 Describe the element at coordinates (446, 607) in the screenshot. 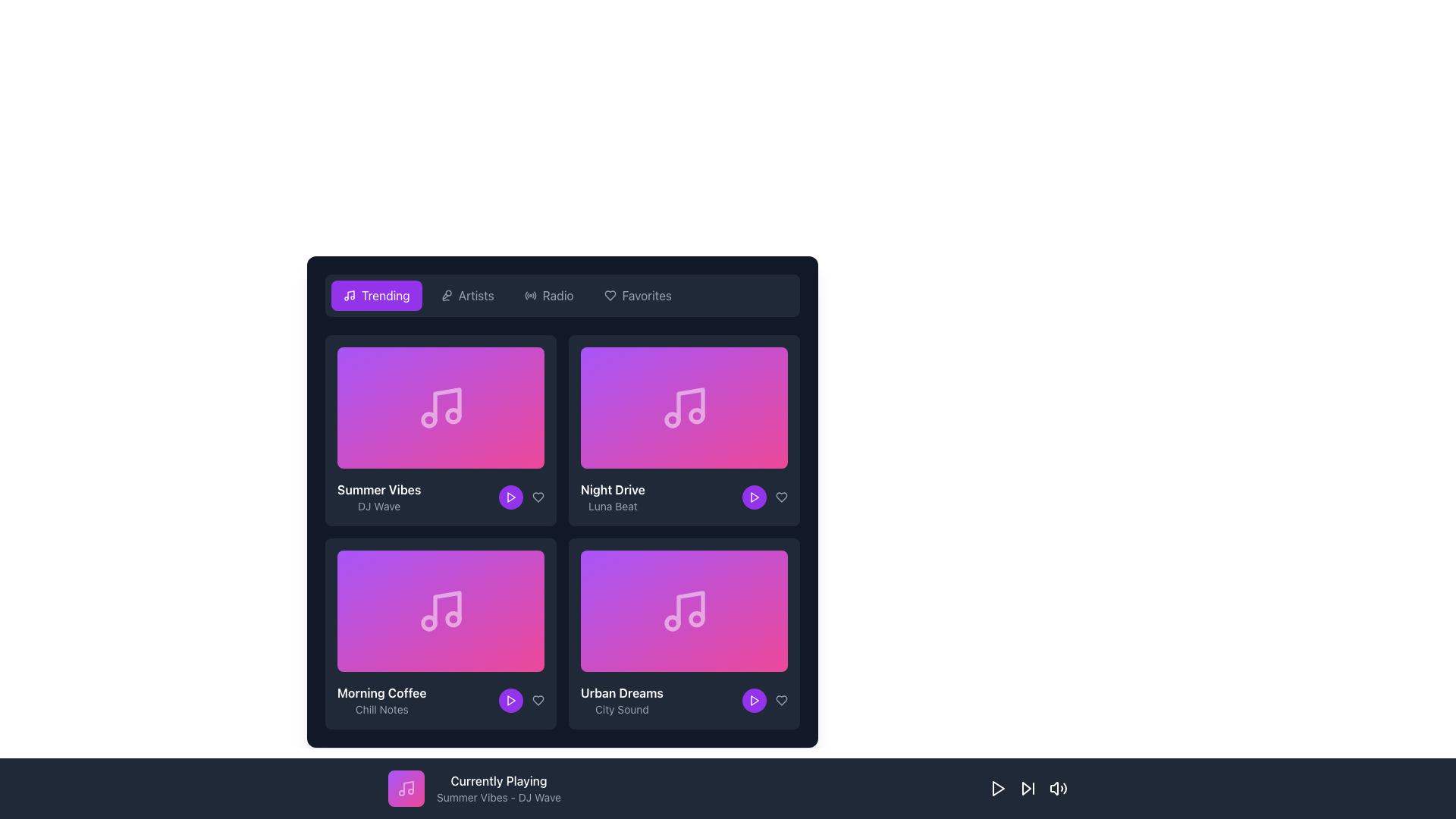

I see `the vertical line element representing a music note's stem in the 'Morning Coffee' section of the SVG icon` at that location.